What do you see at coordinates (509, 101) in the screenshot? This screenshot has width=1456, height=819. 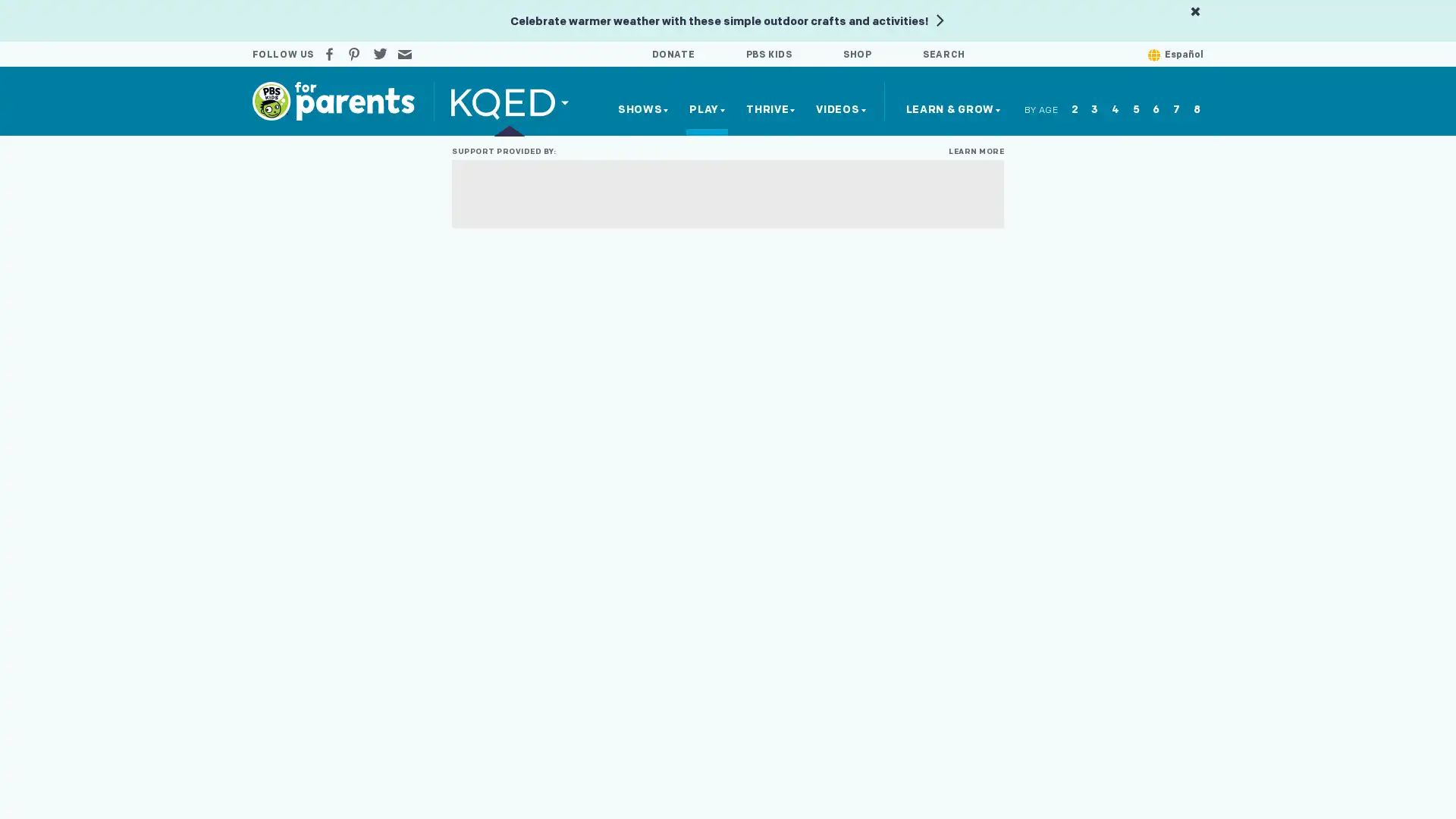 I see `KQED.` at bounding box center [509, 101].